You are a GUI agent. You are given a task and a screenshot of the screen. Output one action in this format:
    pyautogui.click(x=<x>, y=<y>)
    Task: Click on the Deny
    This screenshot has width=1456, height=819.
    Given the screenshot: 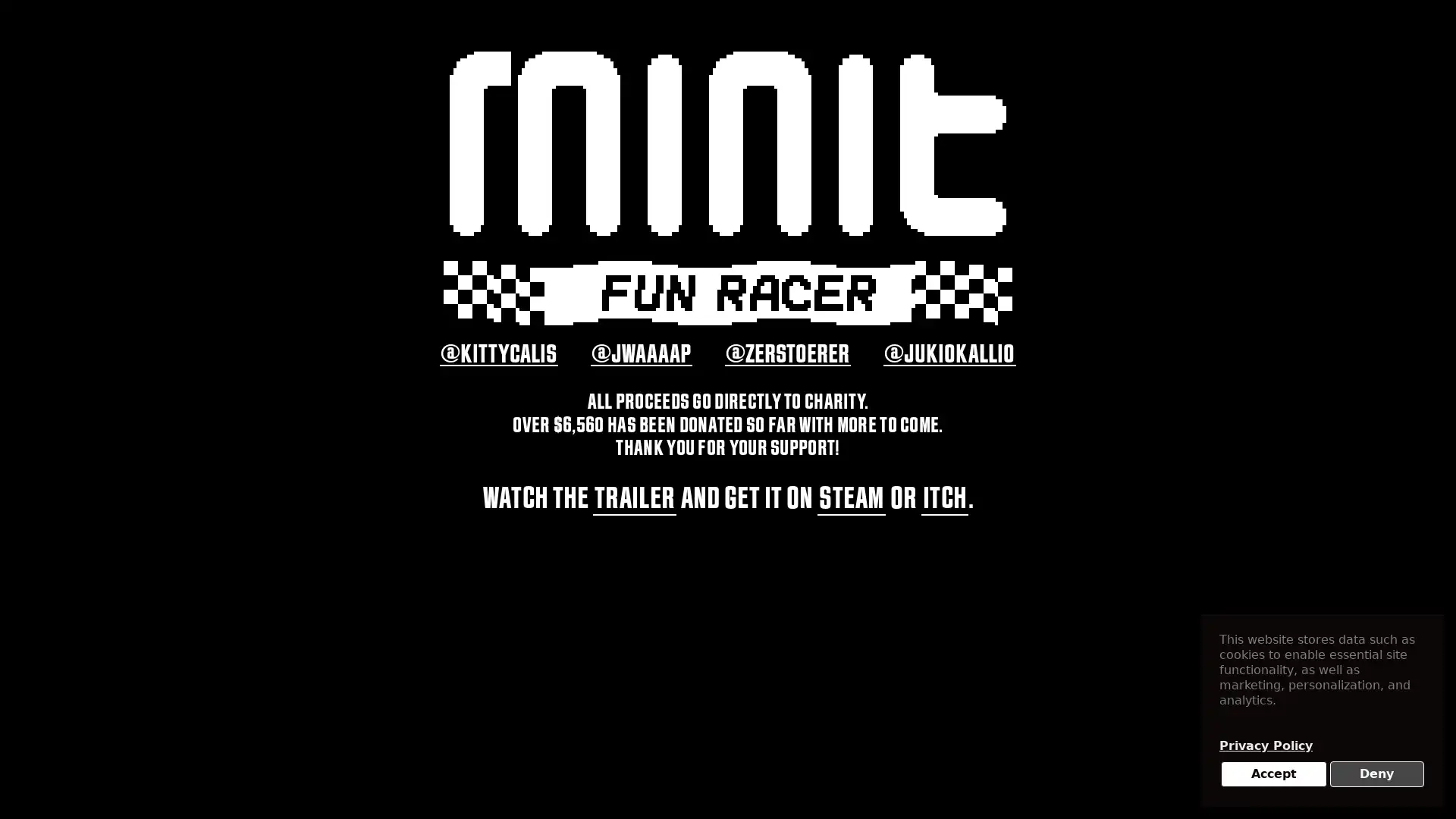 What is the action you would take?
    pyautogui.click(x=1376, y=774)
    